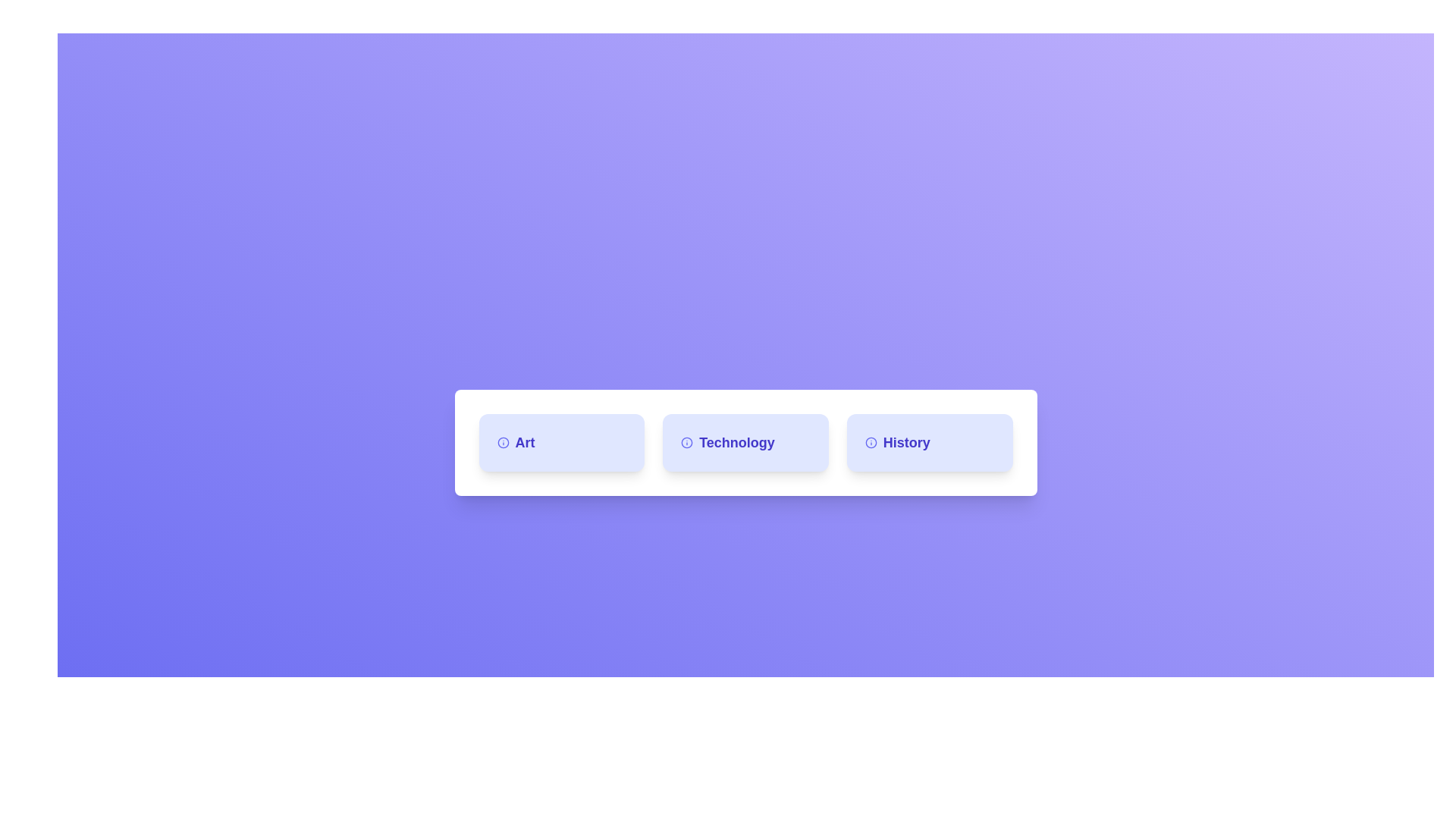 This screenshot has height=819, width=1456. What do you see at coordinates (745, 442) in the screenshot?
I see `the second card in the grid layout that represents the 'Technology' category, positioned between the 'Art' and 'History' cards` at bounding box center [745, 442].